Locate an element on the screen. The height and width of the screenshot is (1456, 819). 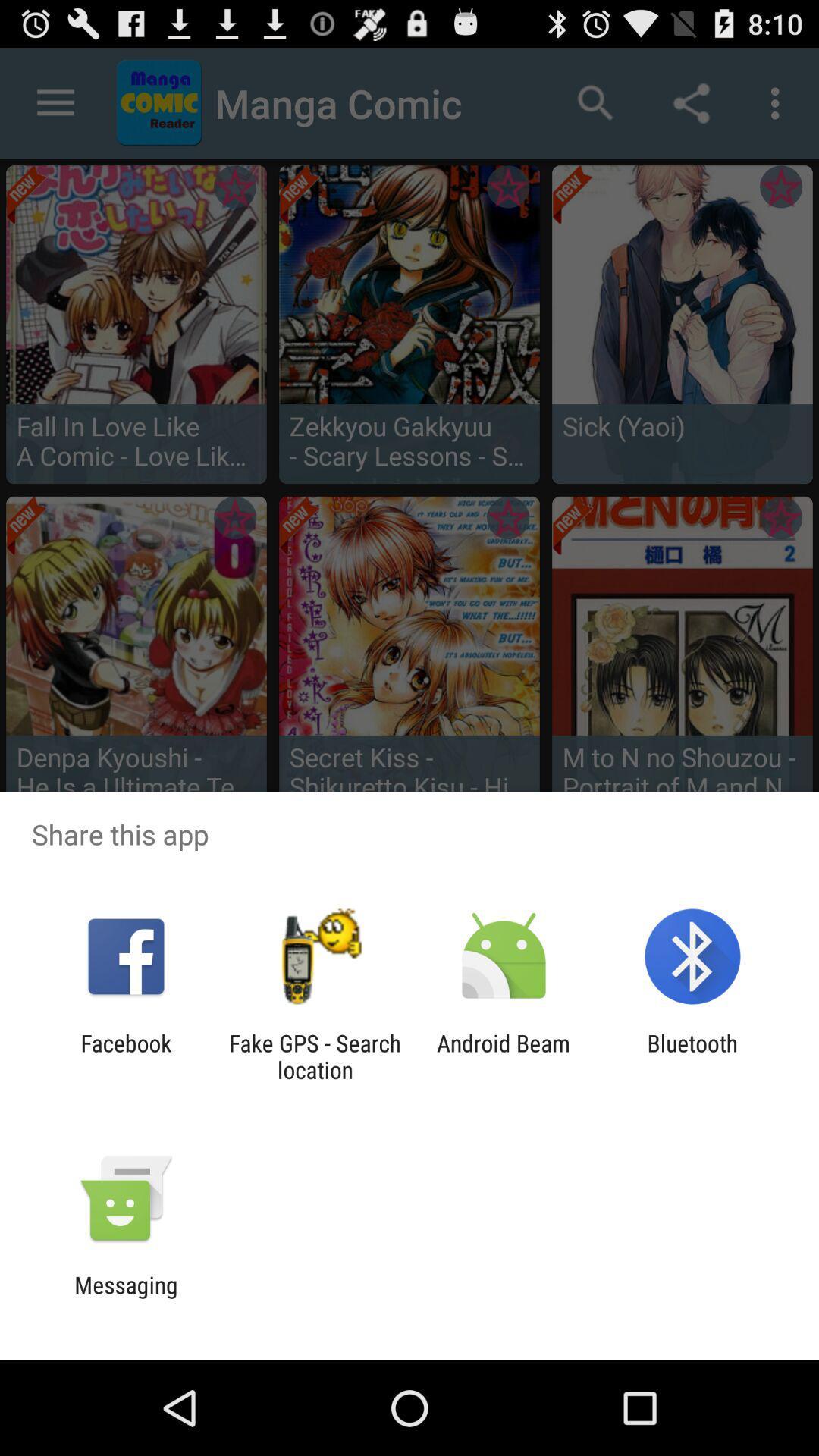
the bluetooth icon is located at coordinates (692, 1056).